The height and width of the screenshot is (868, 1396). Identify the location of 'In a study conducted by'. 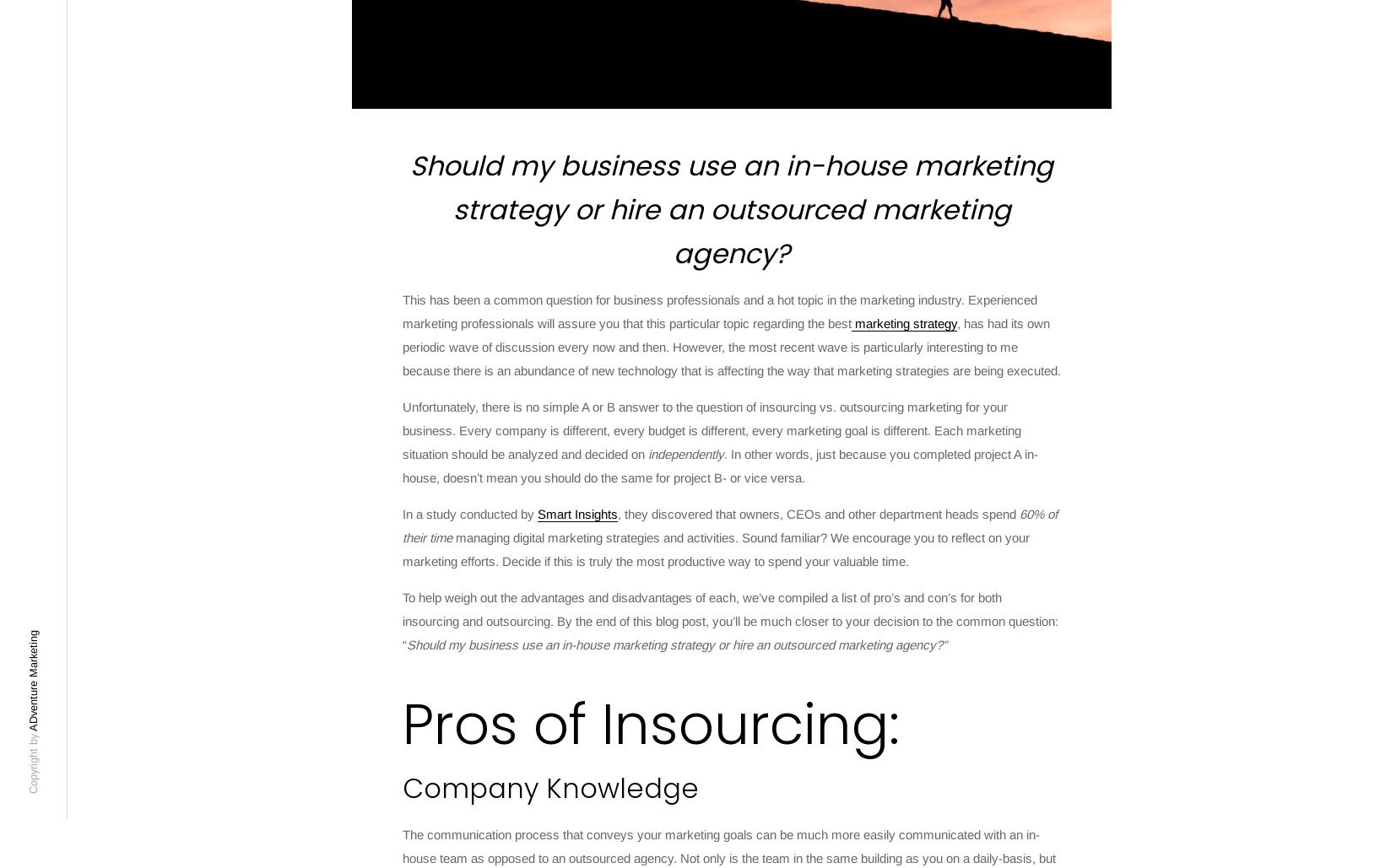
(470, 514).